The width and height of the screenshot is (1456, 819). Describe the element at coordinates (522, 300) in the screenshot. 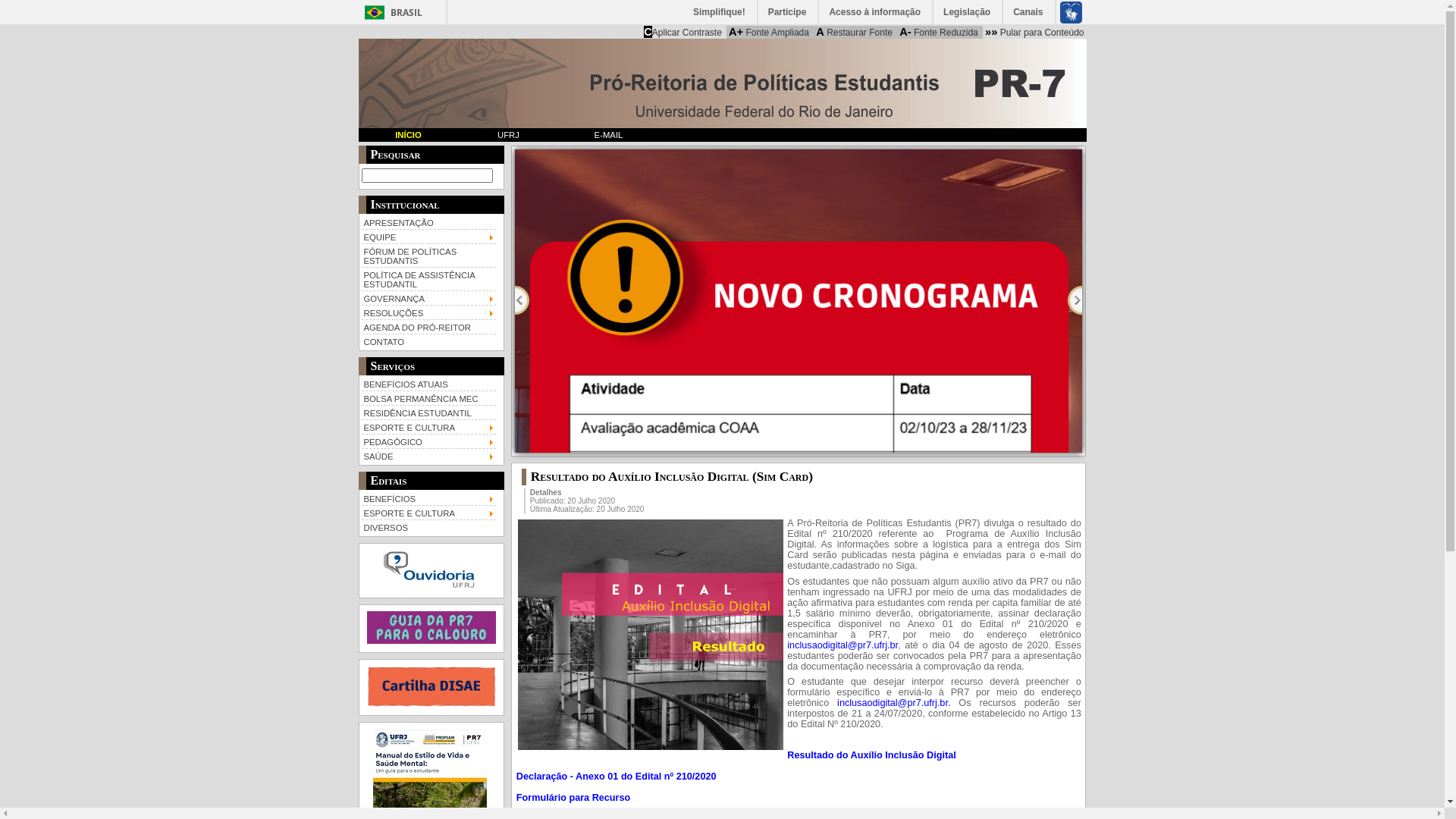

I see `'Previous'` at that location.